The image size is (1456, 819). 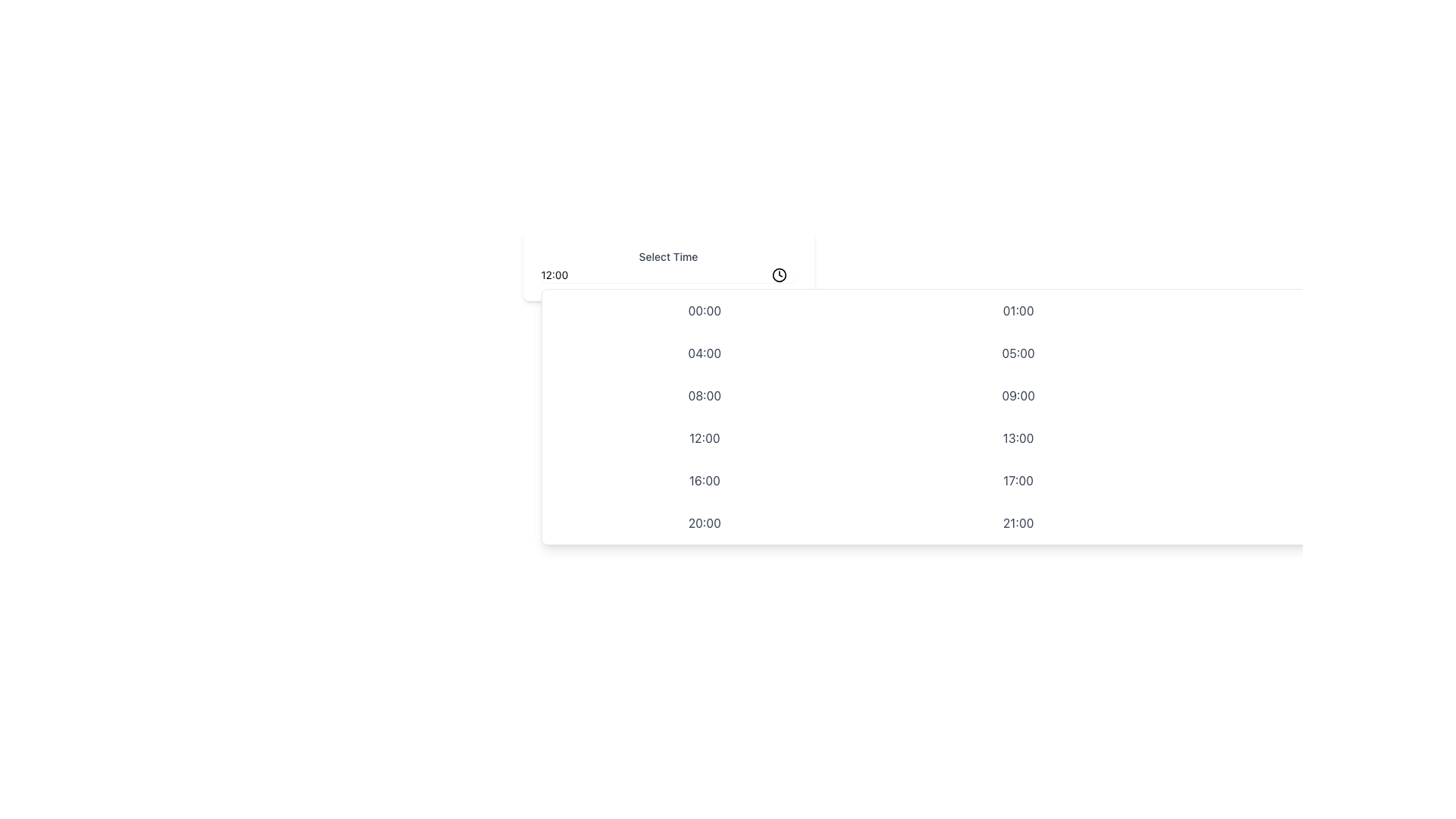 I want to click on the '20:00' time selection button located in the dropdown's grid layout by, so click(x=704, y=522).